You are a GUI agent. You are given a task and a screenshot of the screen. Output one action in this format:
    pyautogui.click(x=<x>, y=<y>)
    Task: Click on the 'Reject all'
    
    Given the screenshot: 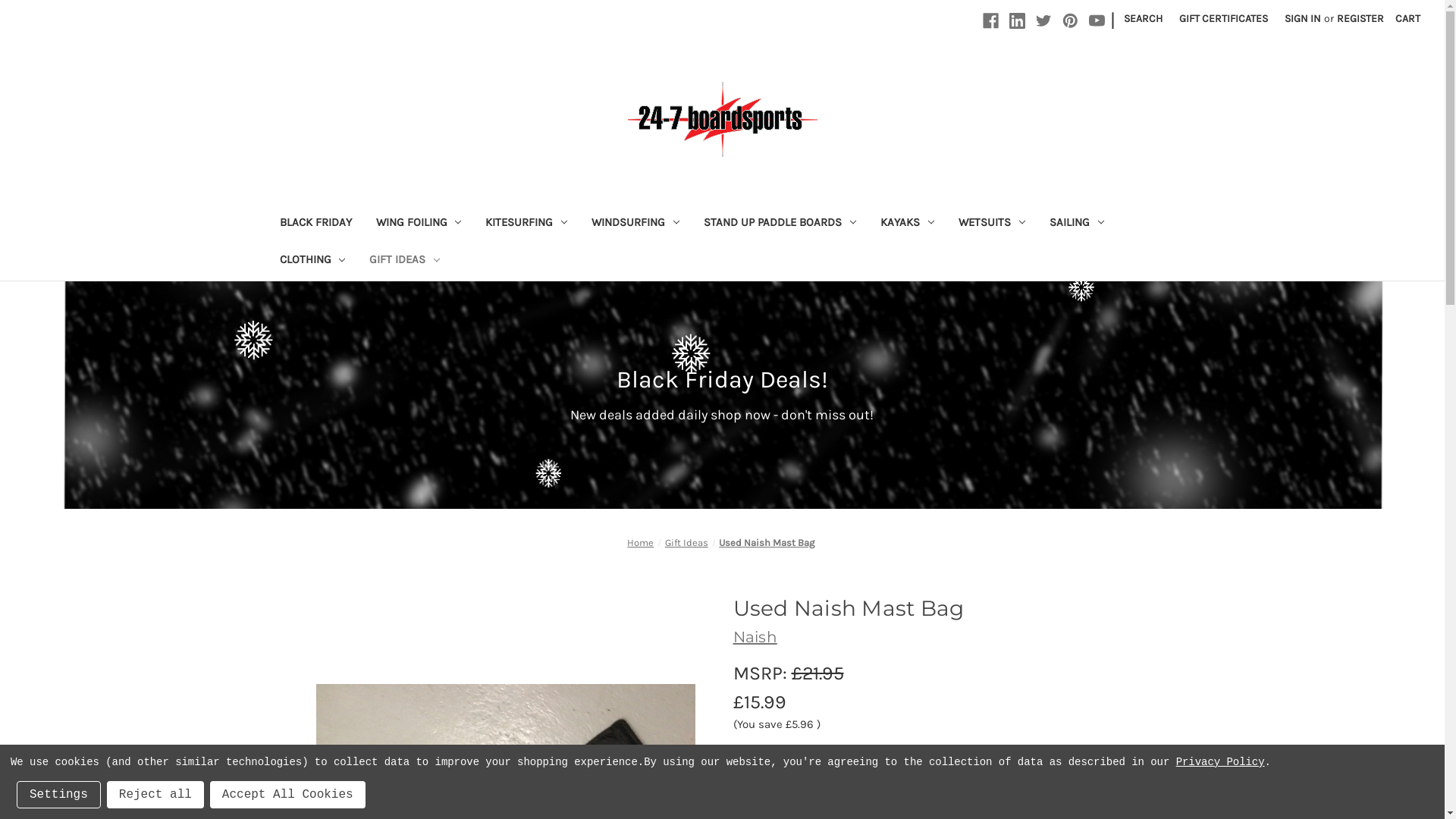 What is the action you would take?
    pyautogui.click(x=155, y=794)
    